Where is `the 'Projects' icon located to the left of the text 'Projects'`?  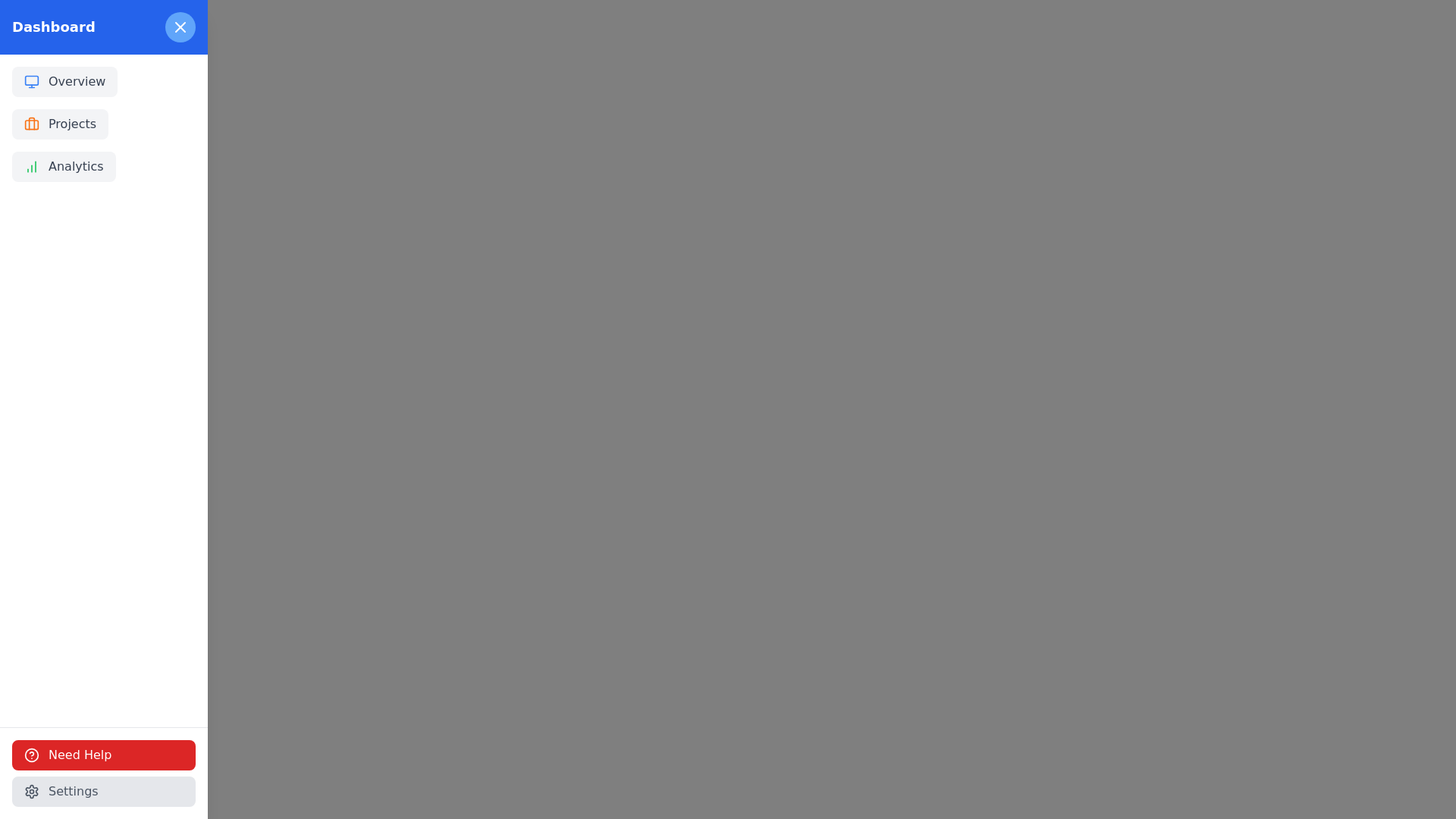 the 'Projects' icon located to the left of the text 'Projects' is located at coordinates (32, 124).